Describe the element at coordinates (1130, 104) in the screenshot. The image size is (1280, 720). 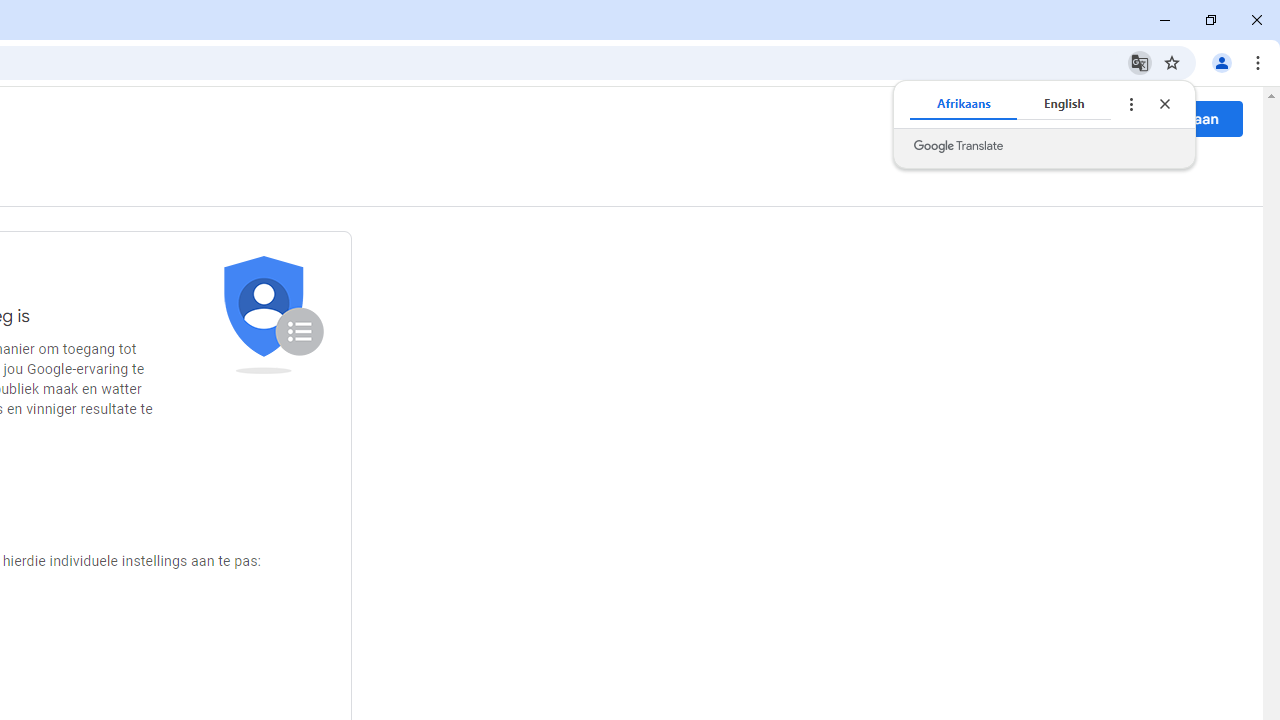
I see `'Translate options'` at that location.